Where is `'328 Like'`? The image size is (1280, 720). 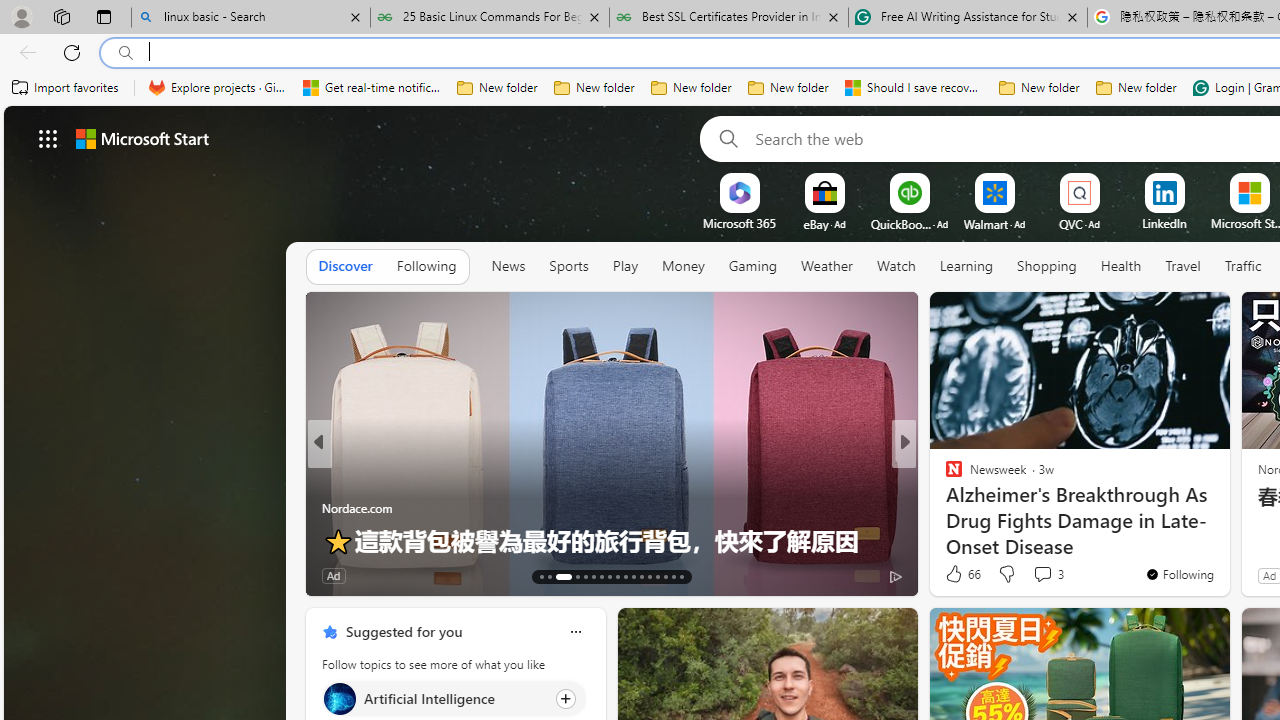
'328 Like' is located at coordinates (958, 575).